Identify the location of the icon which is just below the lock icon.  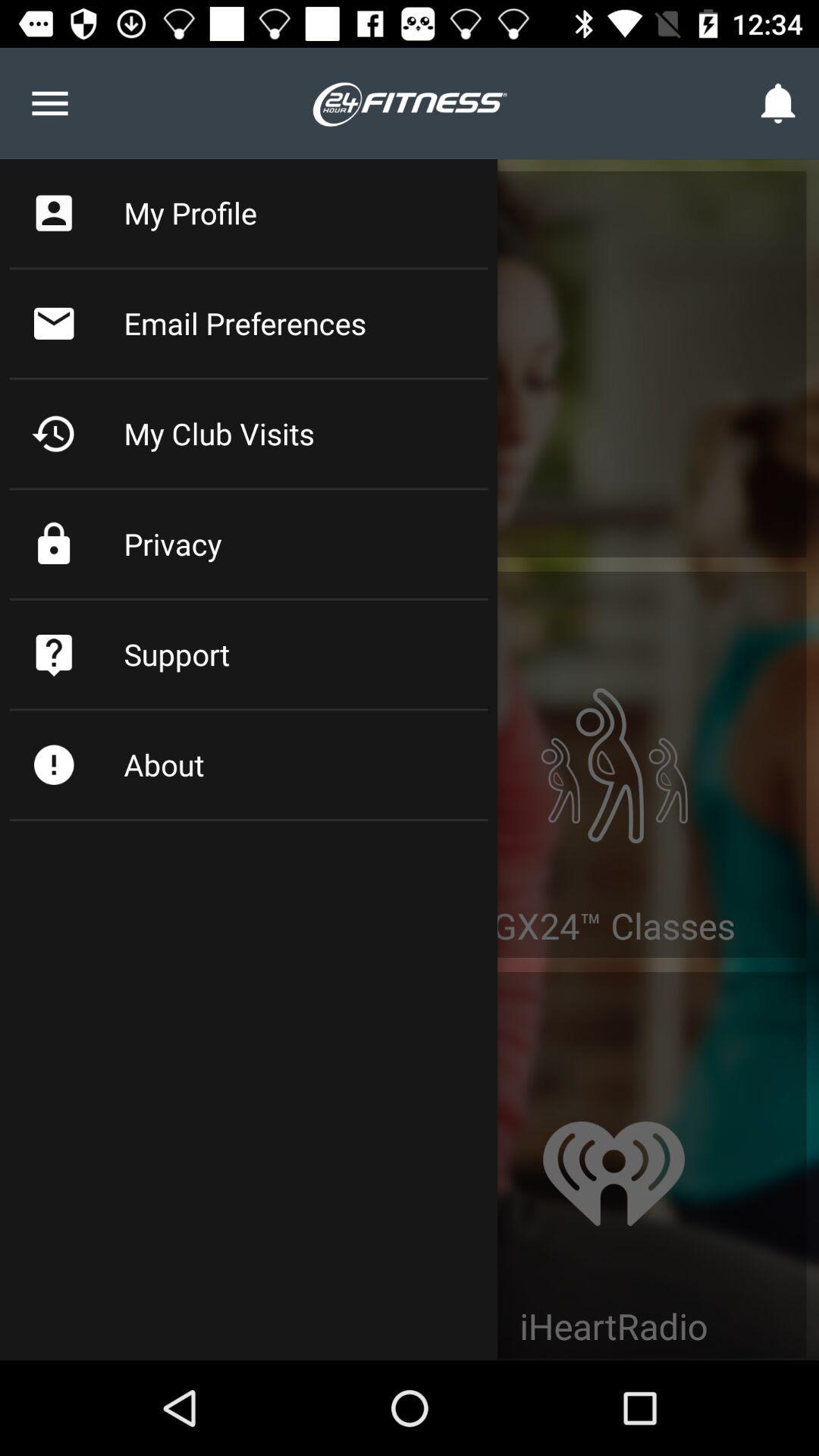
(53, 654).